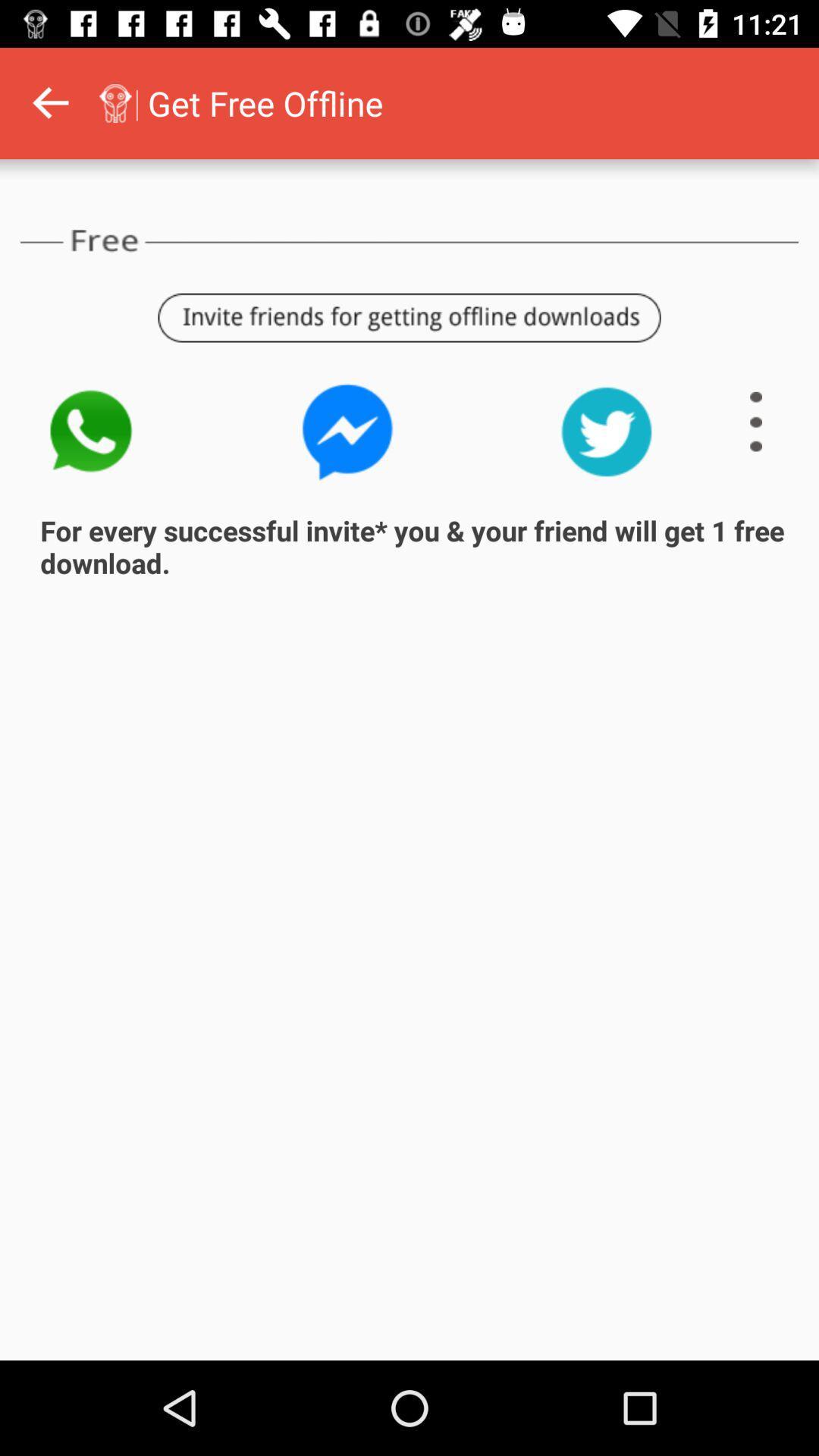 This screenshot has width=819, height=1456. I want to click on twitter, so click(606, 431).